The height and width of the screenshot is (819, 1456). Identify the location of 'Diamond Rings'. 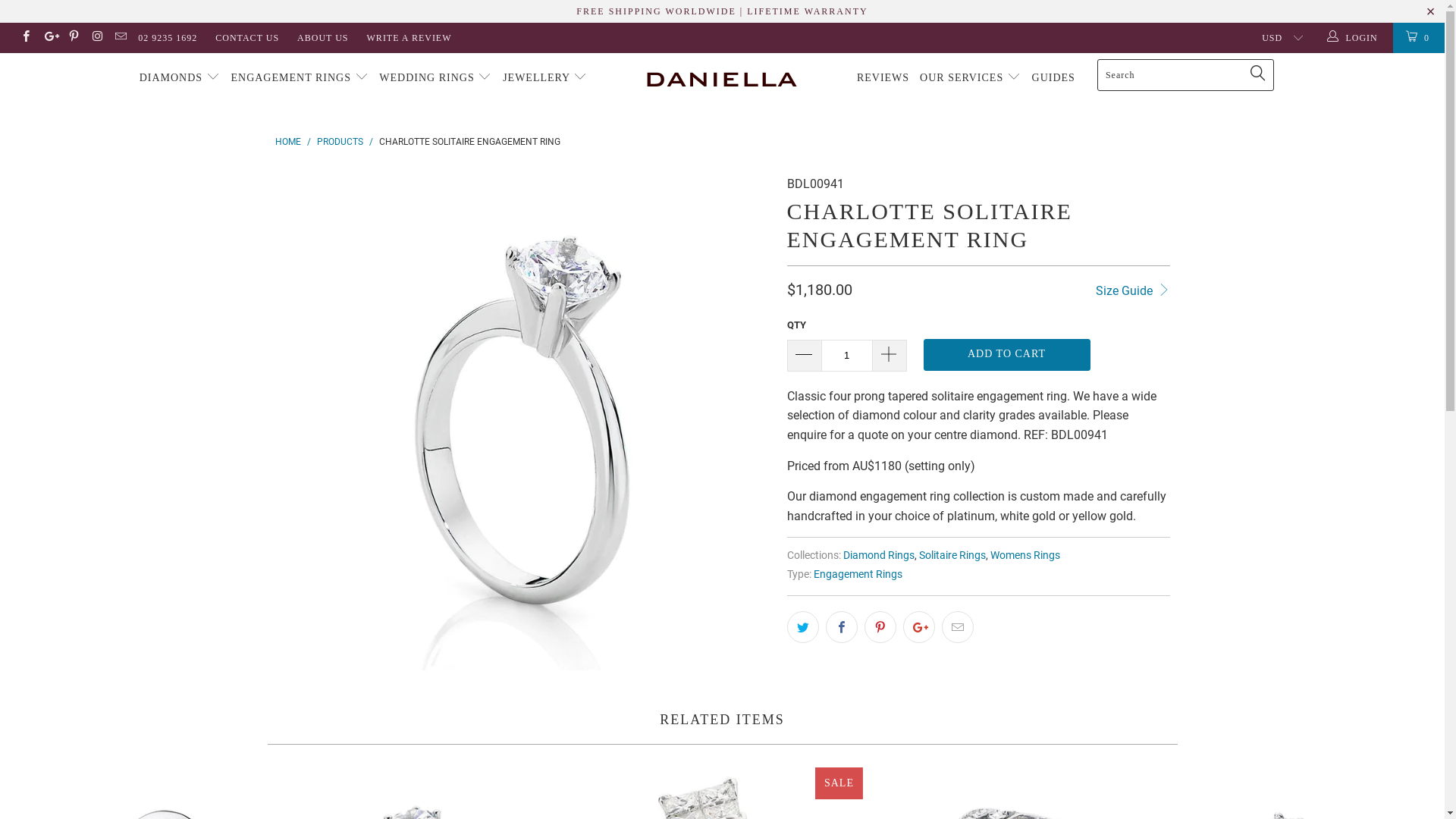
(878, 555).